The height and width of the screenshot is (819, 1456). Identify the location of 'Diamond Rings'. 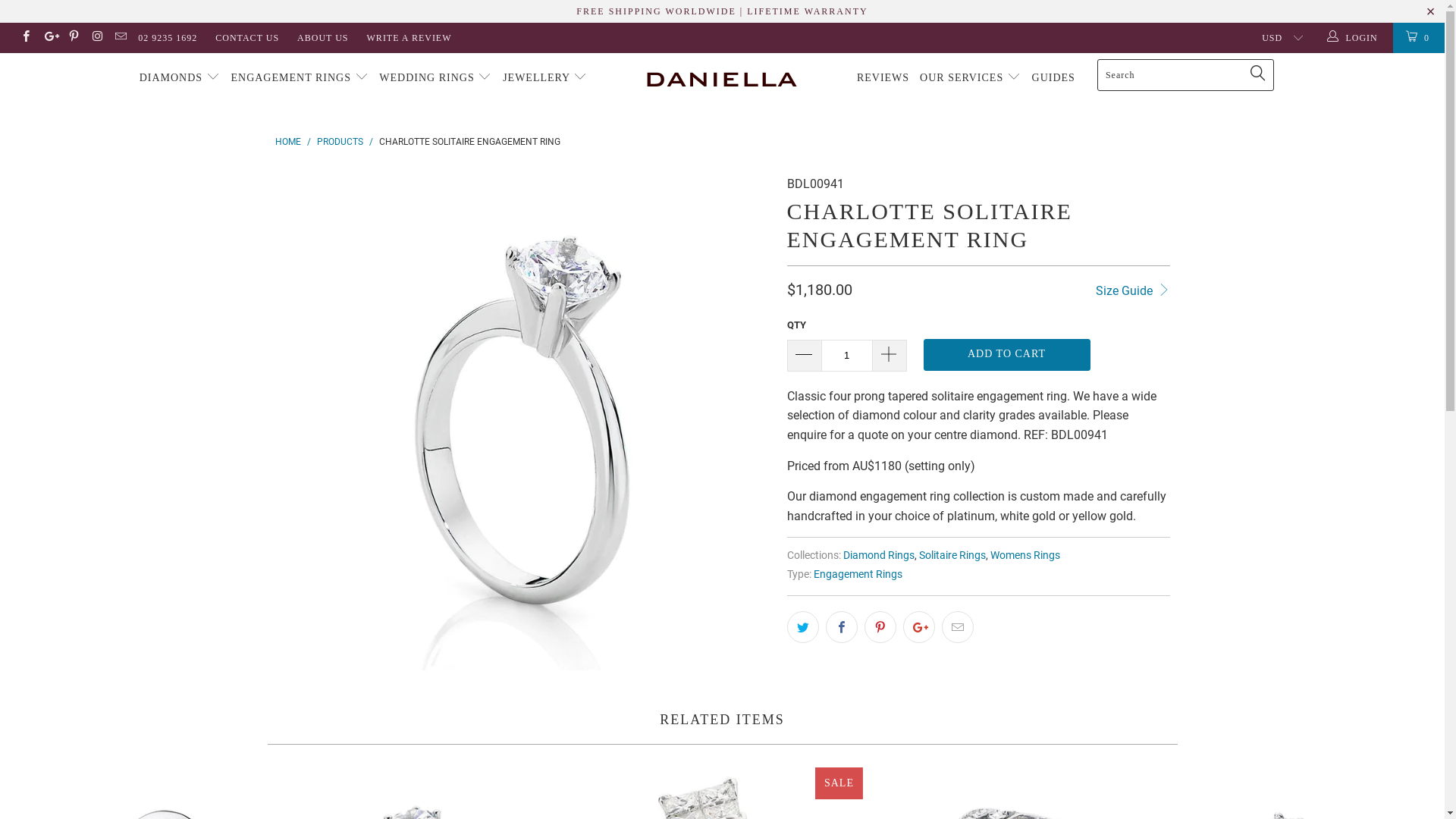
(878, 555).